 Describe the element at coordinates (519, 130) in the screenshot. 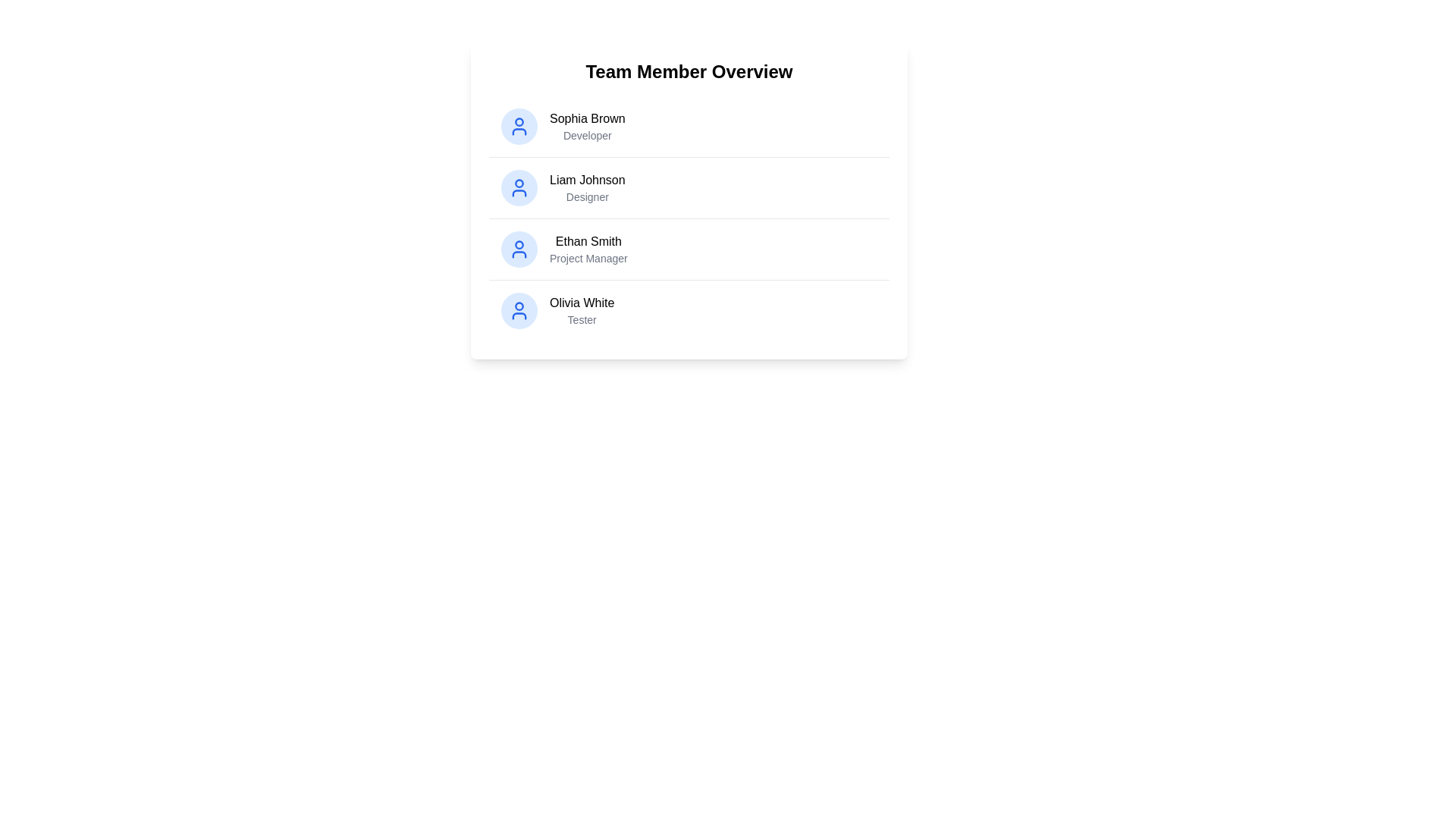

I see `the user entry containing the lower portion of the user avatar icon for Sophie Brown, located in the team member overview section` at that location.